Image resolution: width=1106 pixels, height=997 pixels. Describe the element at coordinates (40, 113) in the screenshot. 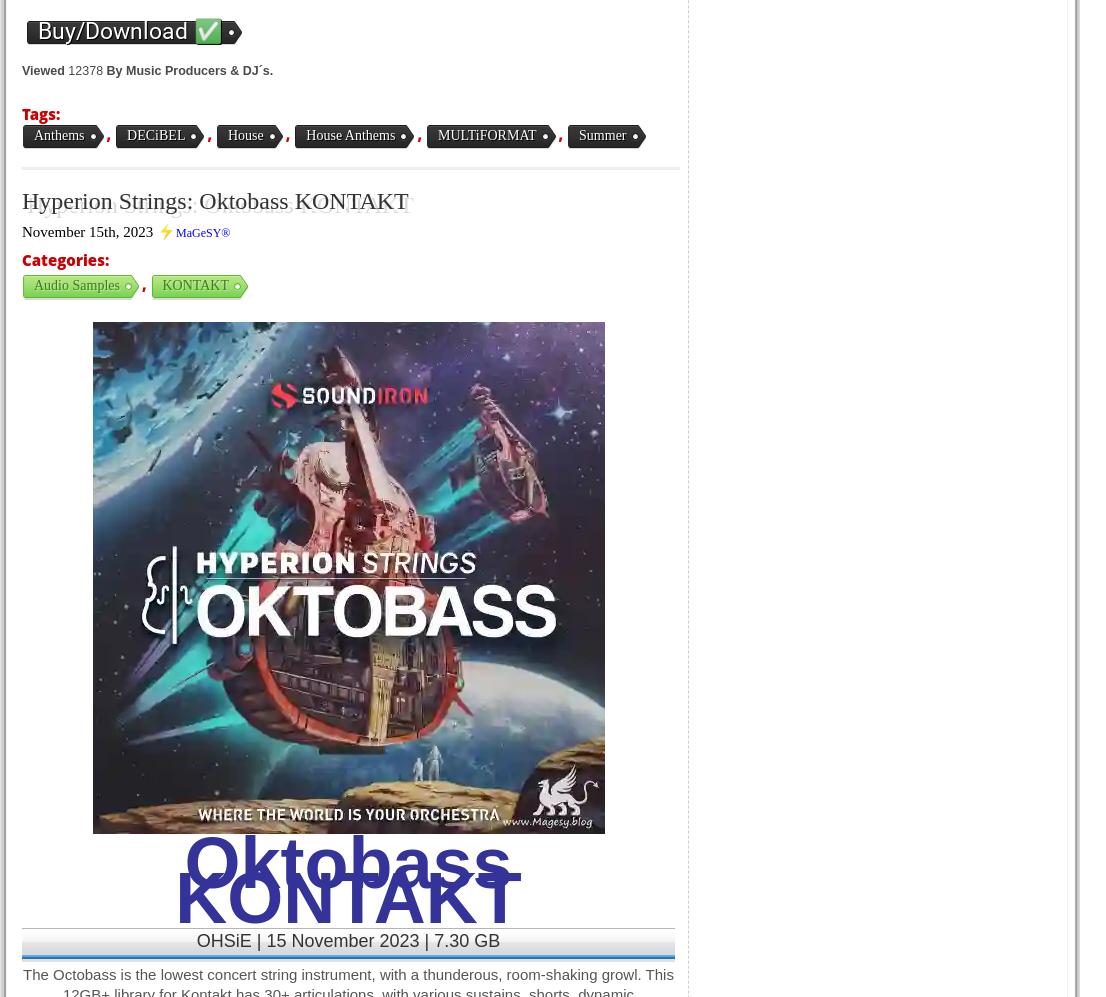

I see `'Tags:'` at that location.